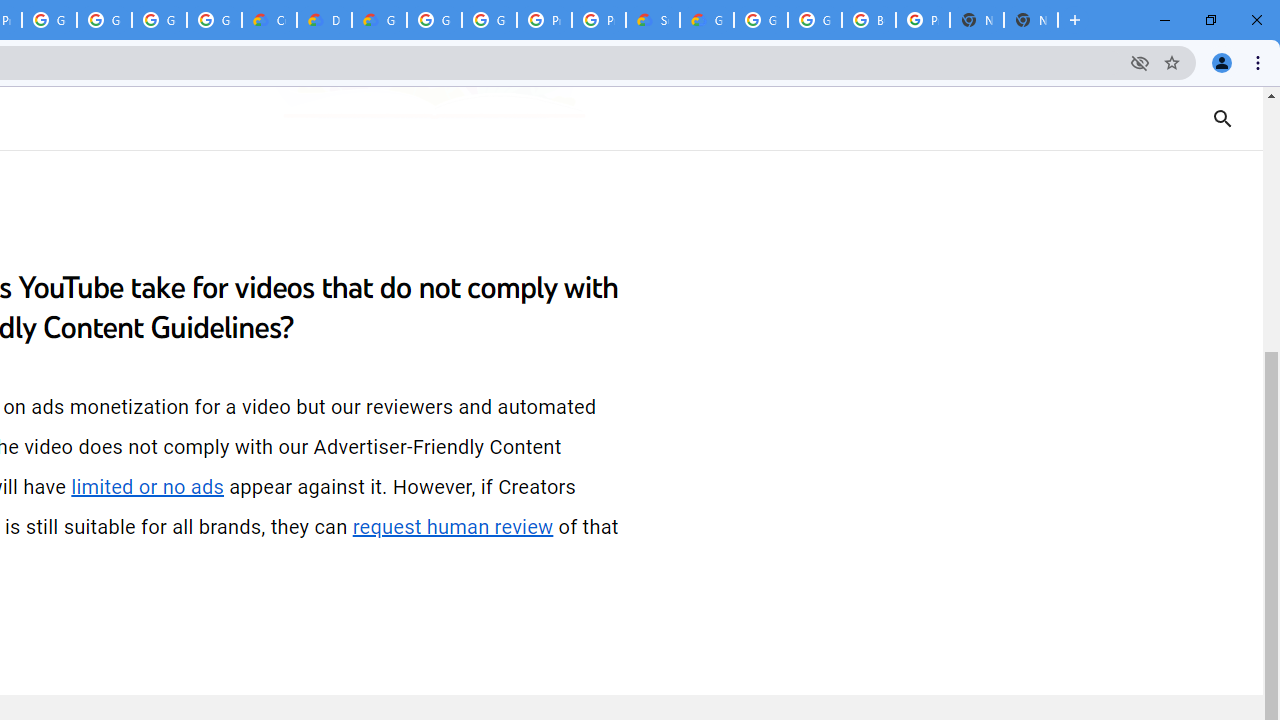  What do you see at coordinates (489, 20) in the screenshot?
I see `'Google Cloud Platform'` at bounding box center [489, 20].